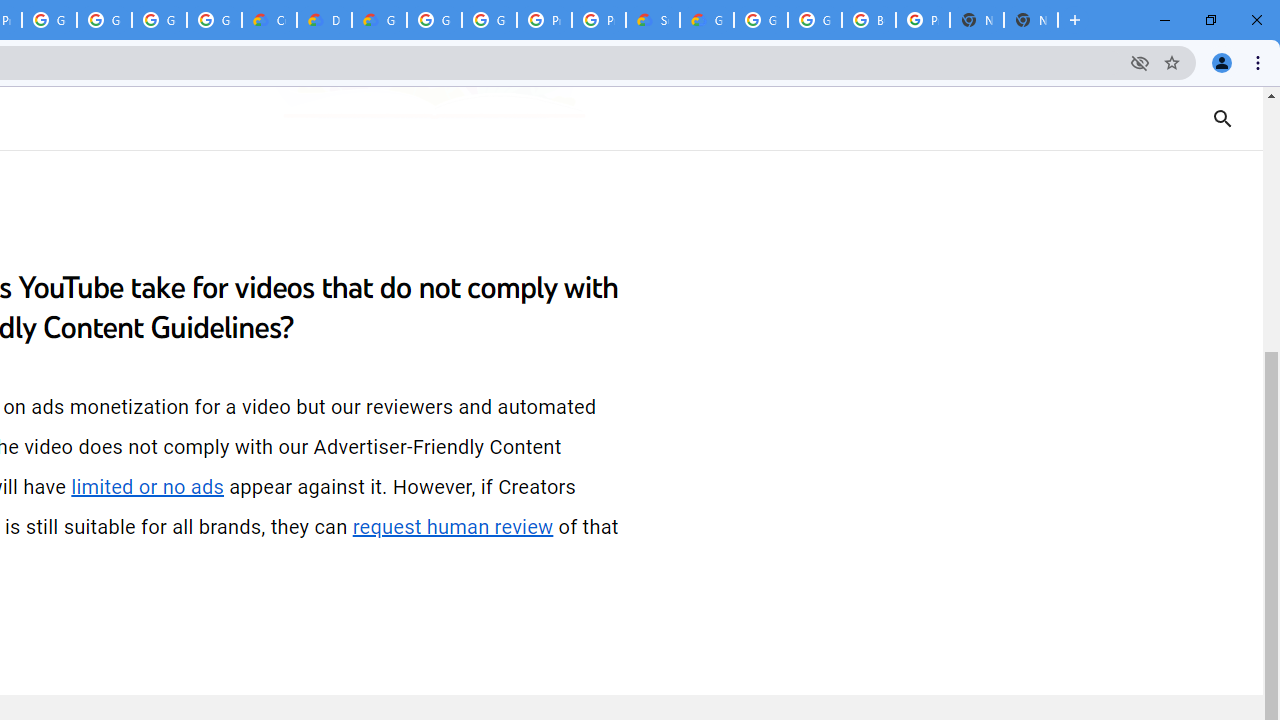  What do you see at coordinates (489, 20) in the screenshot?
I see `'Google Cloud Platform'` at bounding box center [489, 20].